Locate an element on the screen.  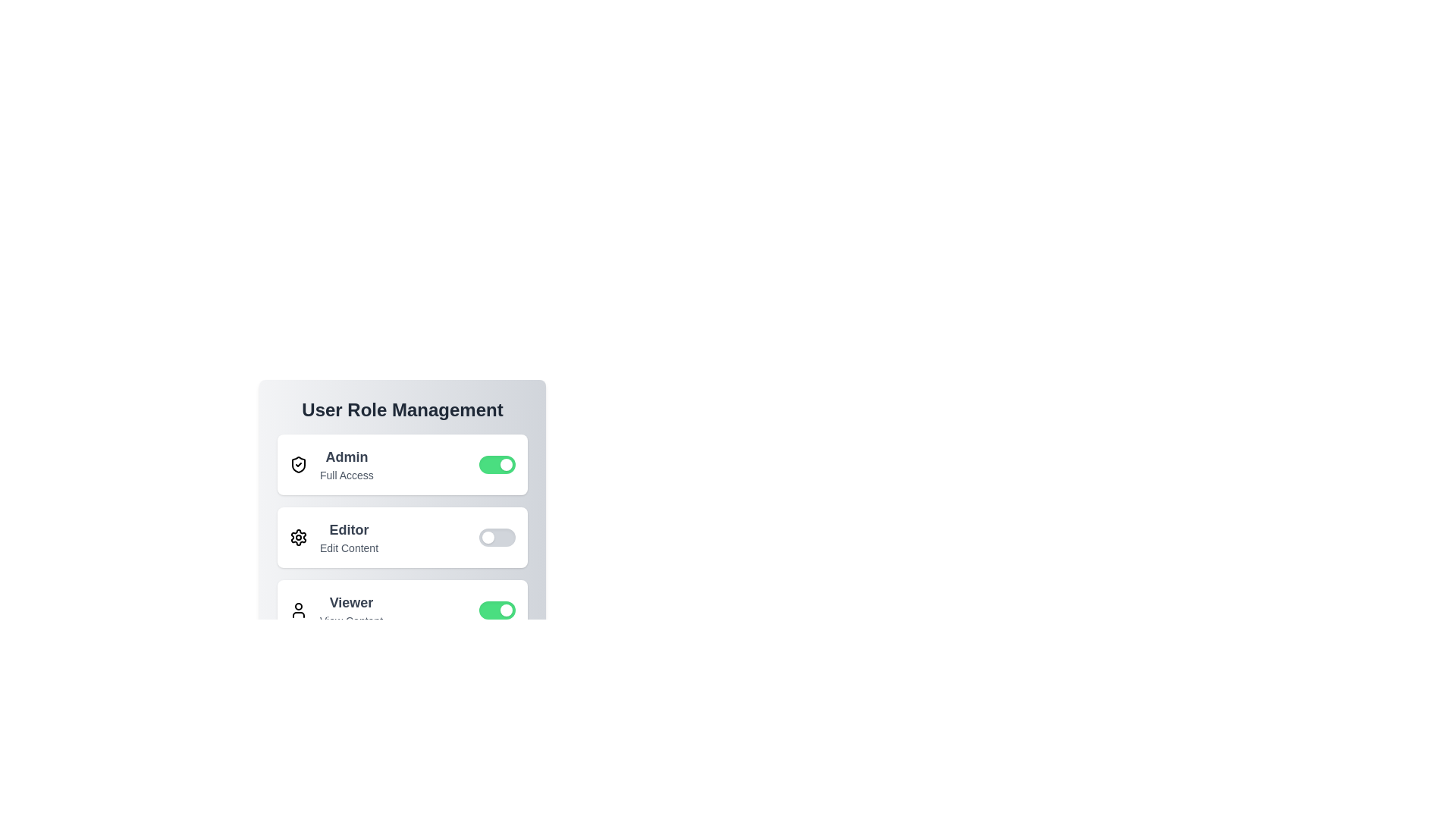
the role container for Viewer to focus on it is located at coordinates (403, 610).